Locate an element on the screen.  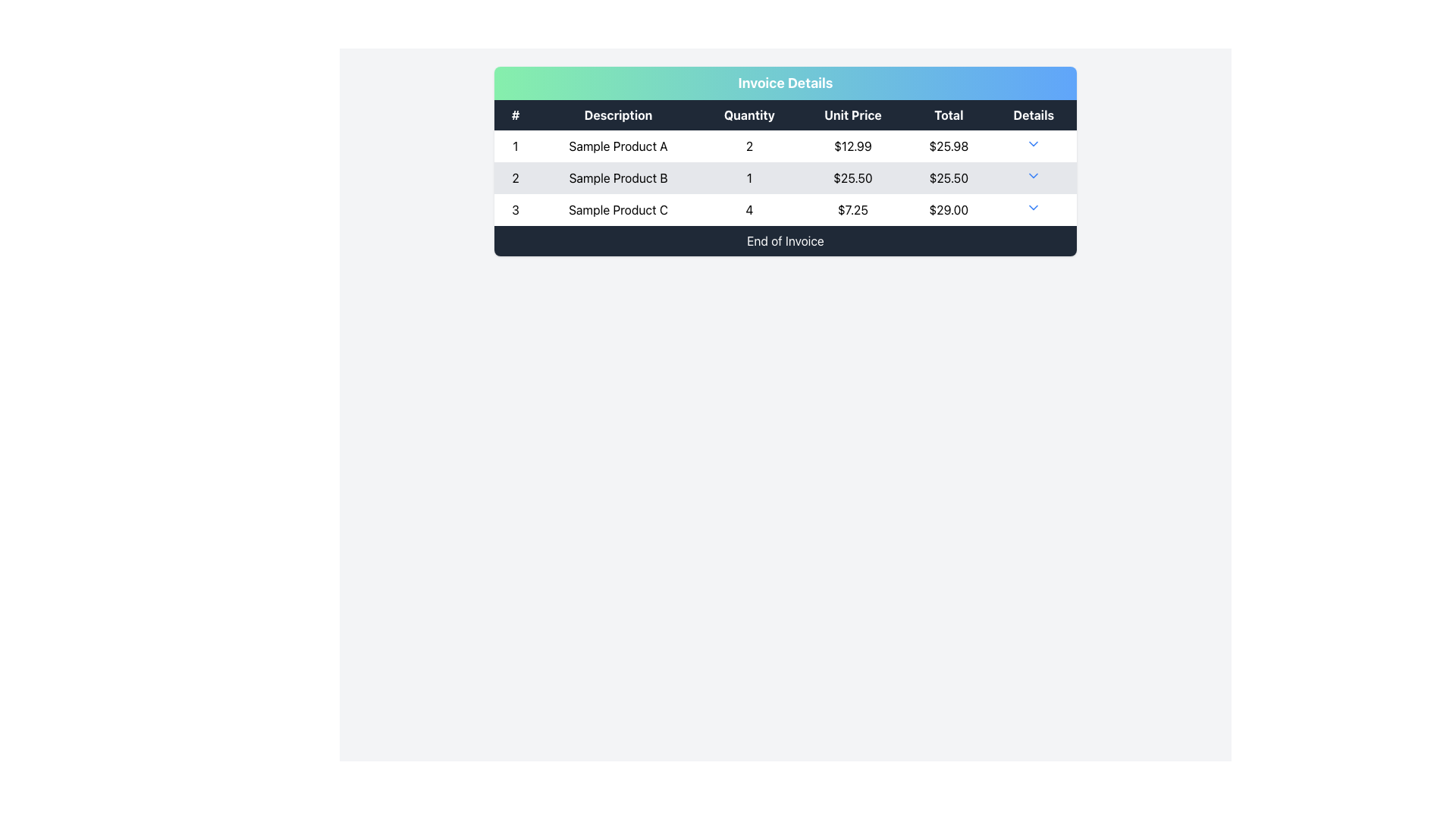
the static text displaying '$7.25' in the 'Unit Price' column of the third row for 'Sample Product C' is located at coordinates (852, 210).